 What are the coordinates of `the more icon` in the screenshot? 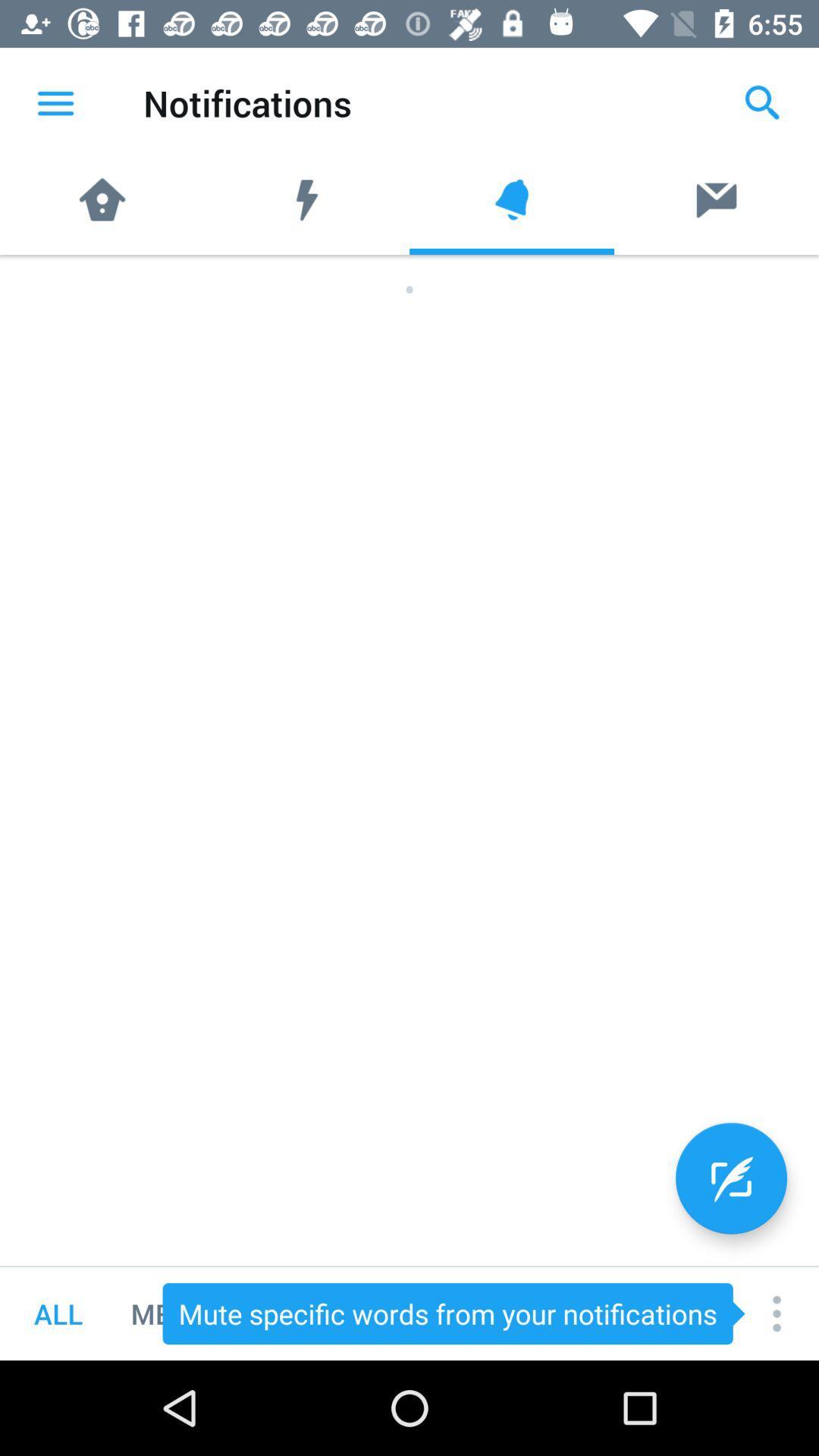 It's located at (777, 1313).